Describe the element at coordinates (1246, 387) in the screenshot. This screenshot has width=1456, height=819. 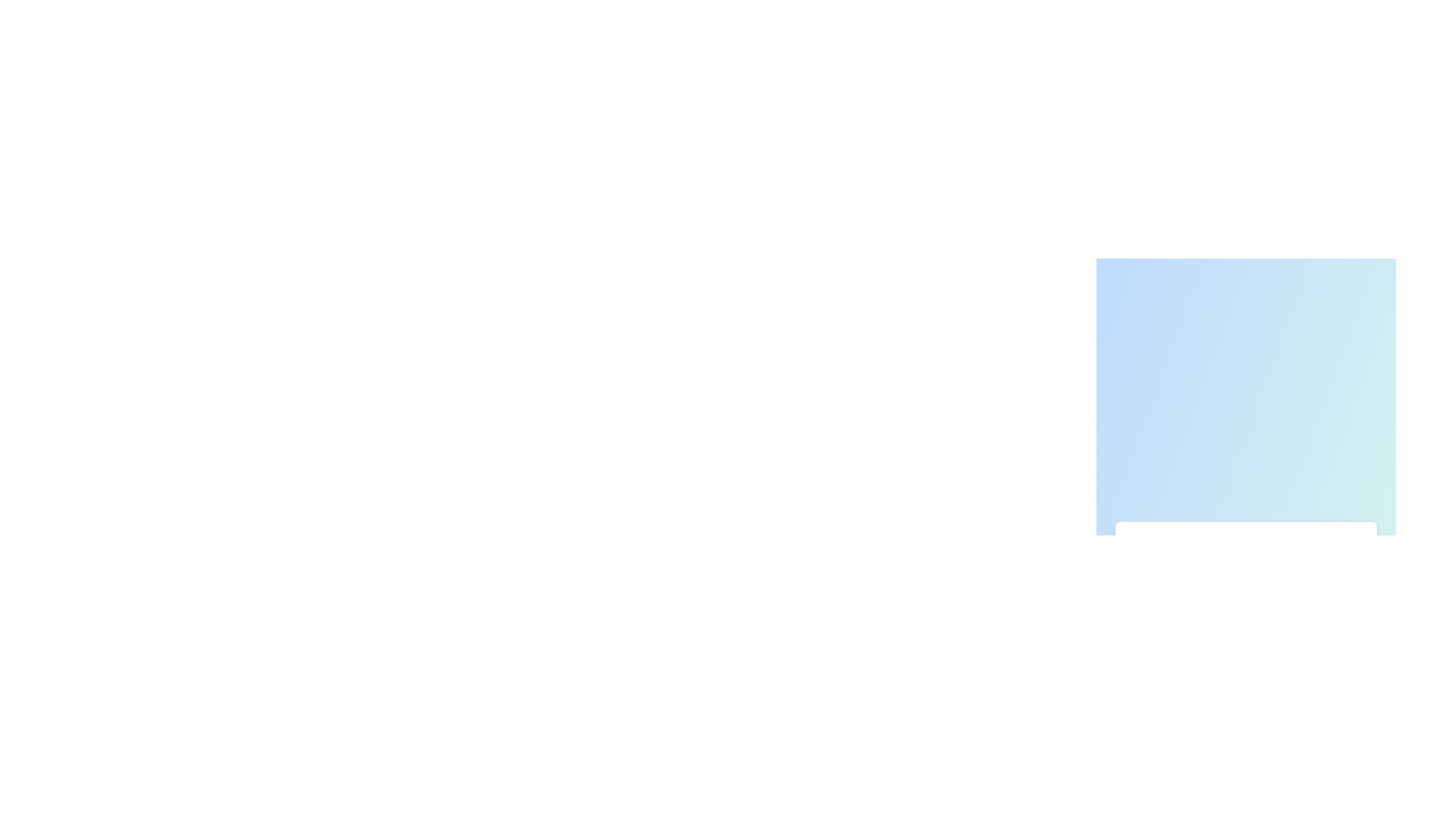
I see `the rectangular panel with a white background and gradient pattern transitioning from light blue to green, located in the top-right section of the interface` at that location.